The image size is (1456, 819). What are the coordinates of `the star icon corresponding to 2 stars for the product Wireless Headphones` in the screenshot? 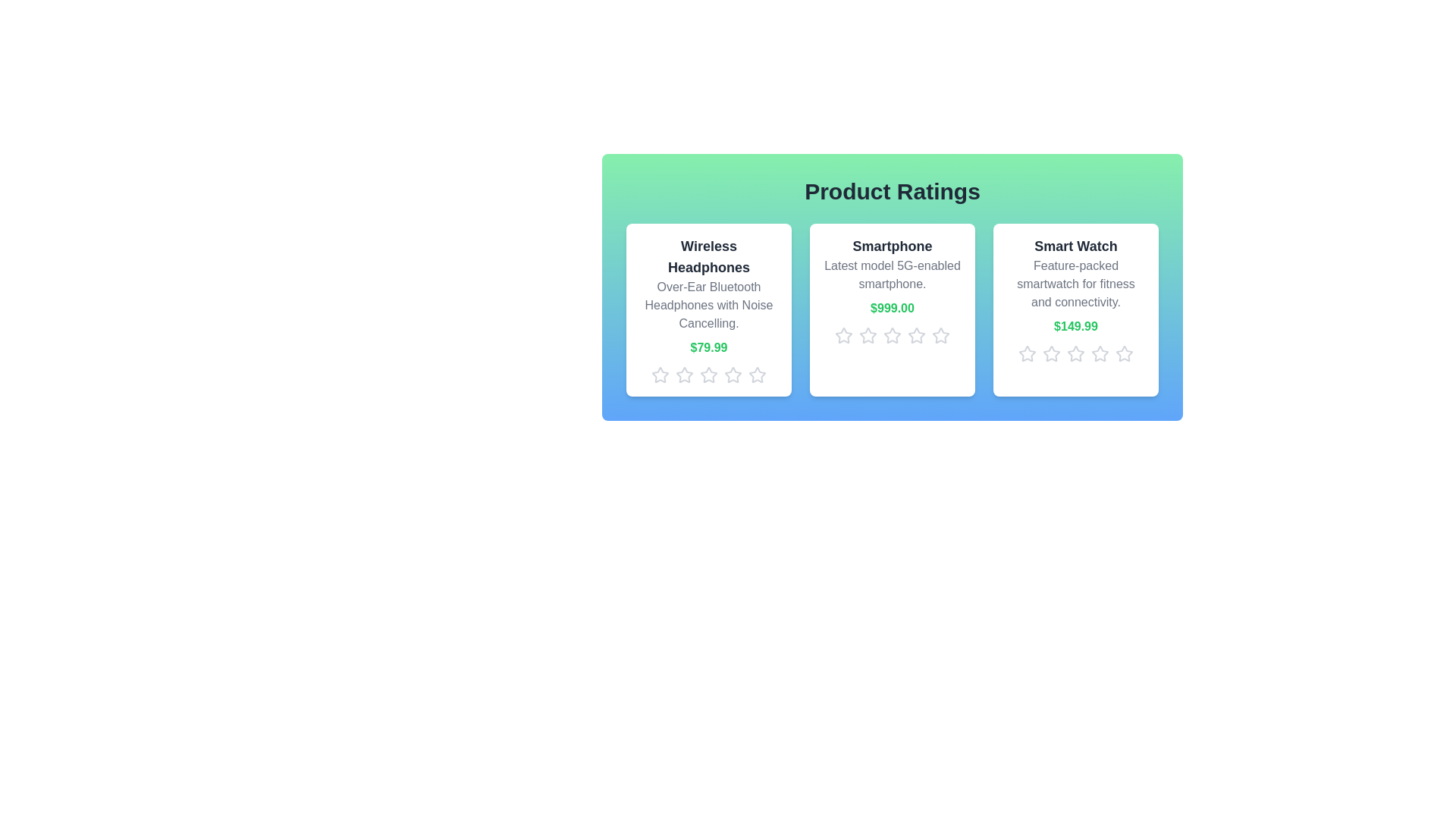 It's located at (683, 375).